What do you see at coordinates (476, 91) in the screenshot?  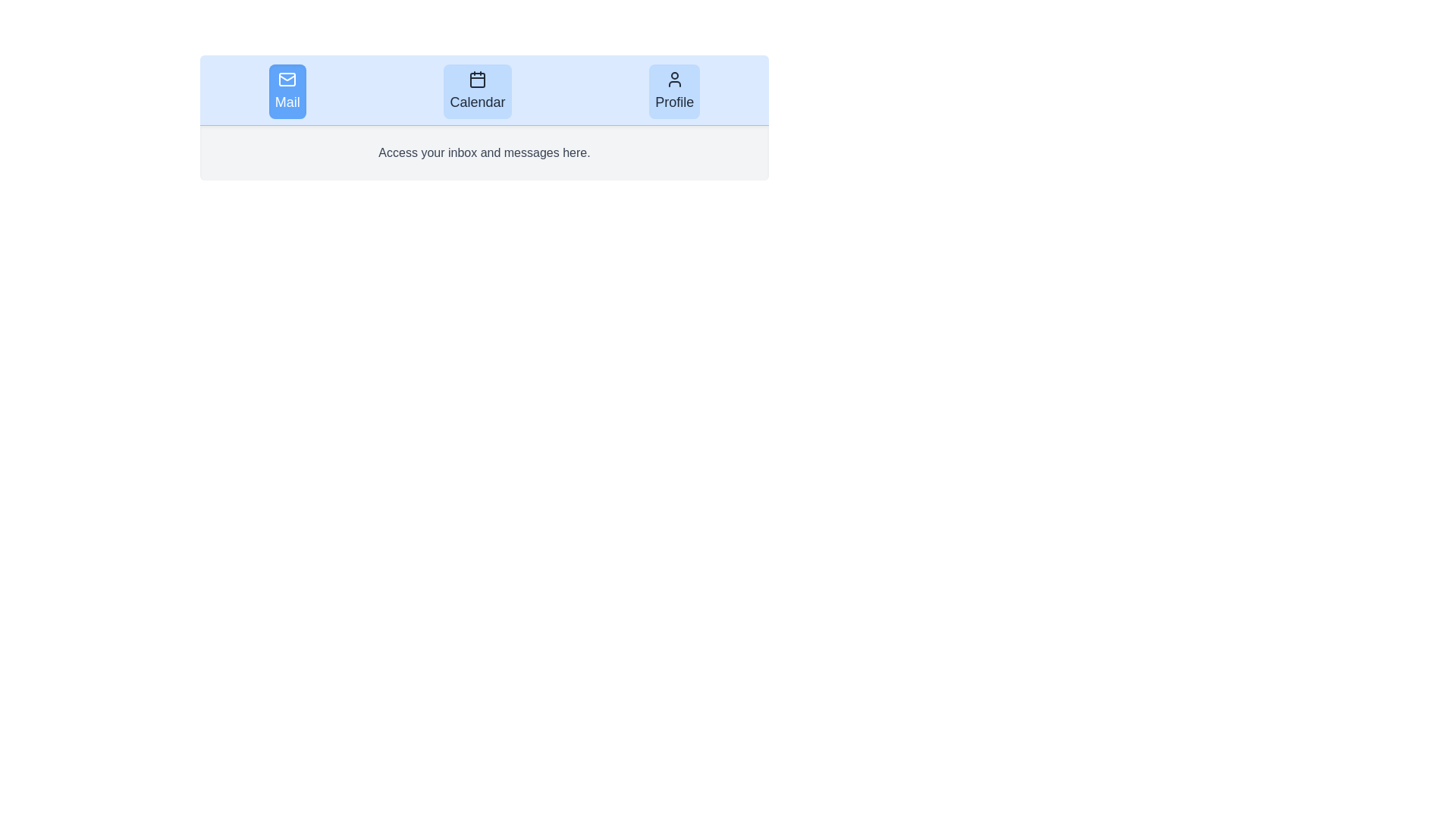 I see `the tab corresponding to Calendar to view its content` at bounding box center [476, 91].